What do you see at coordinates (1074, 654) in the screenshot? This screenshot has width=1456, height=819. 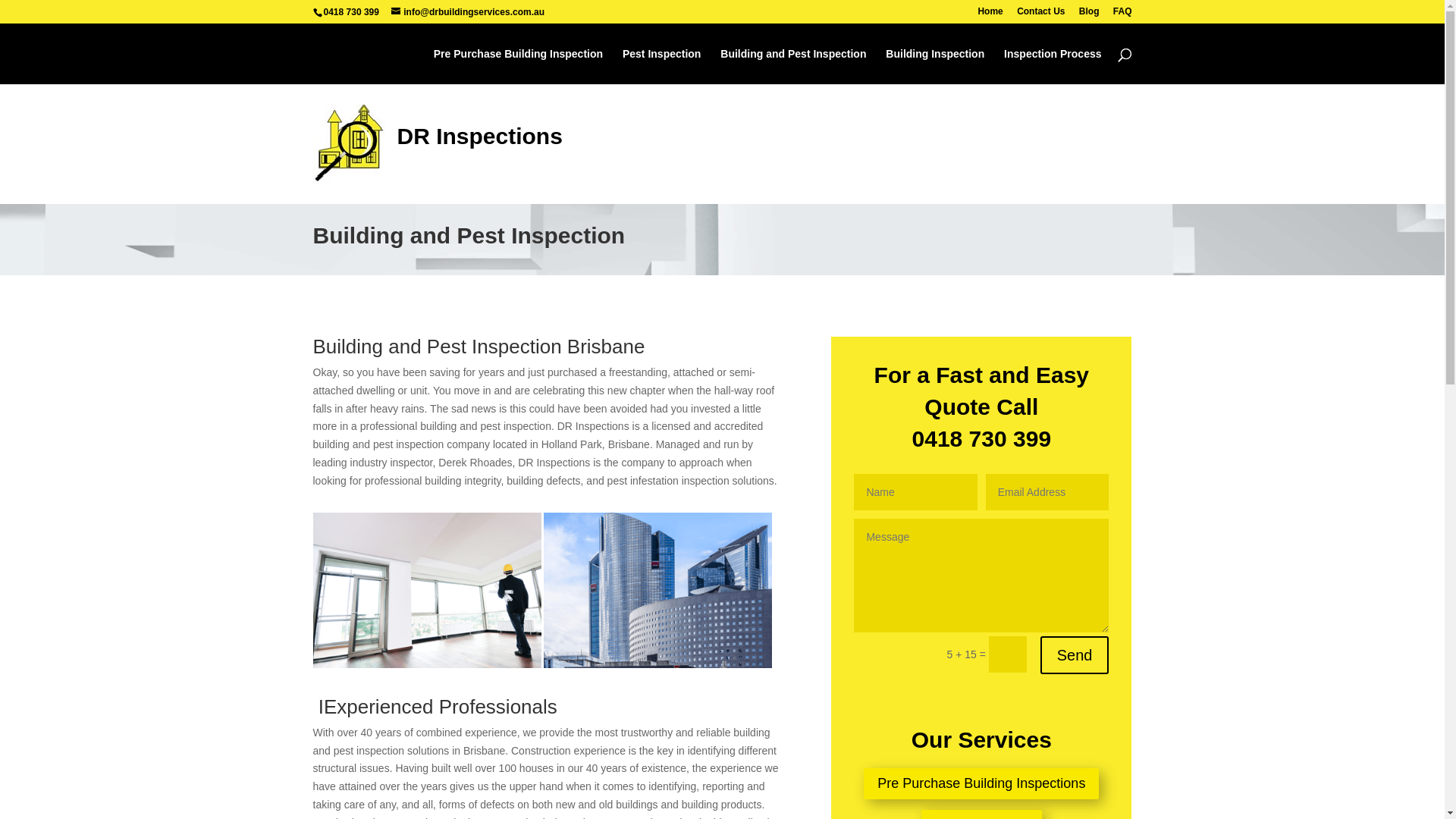 I see `'Send'` at bounding box center [1074, 654].